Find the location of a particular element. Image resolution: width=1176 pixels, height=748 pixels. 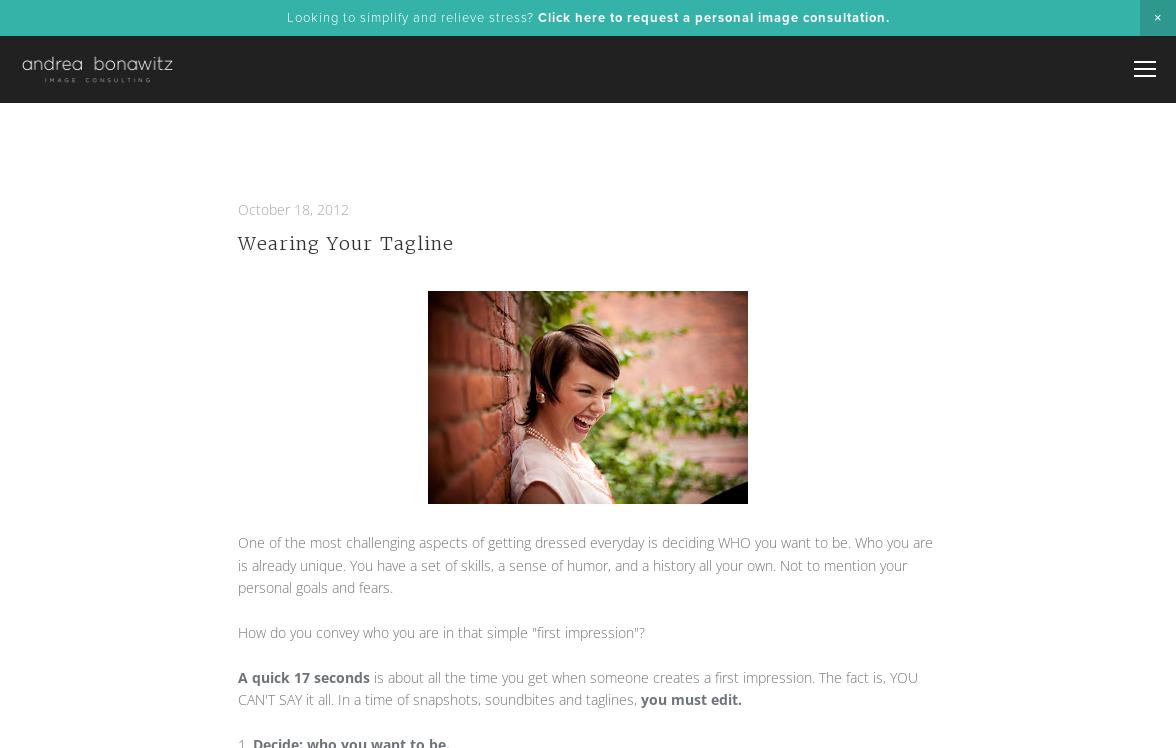

'Looking to simplify and relieve stress?' is located at coordinates (411, 17).